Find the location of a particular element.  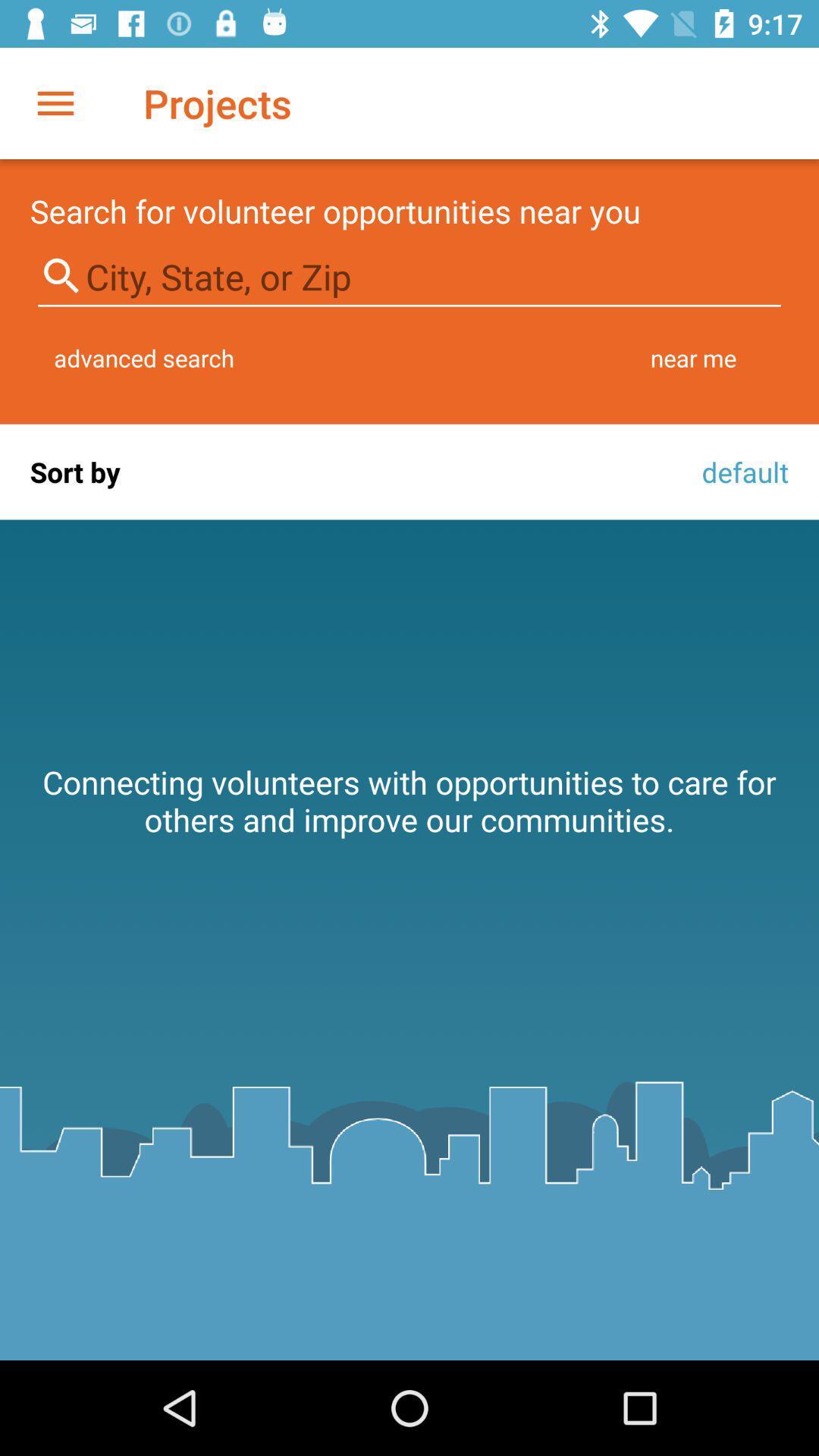

icon next to the sort by item is located at coordinates (740, 471).